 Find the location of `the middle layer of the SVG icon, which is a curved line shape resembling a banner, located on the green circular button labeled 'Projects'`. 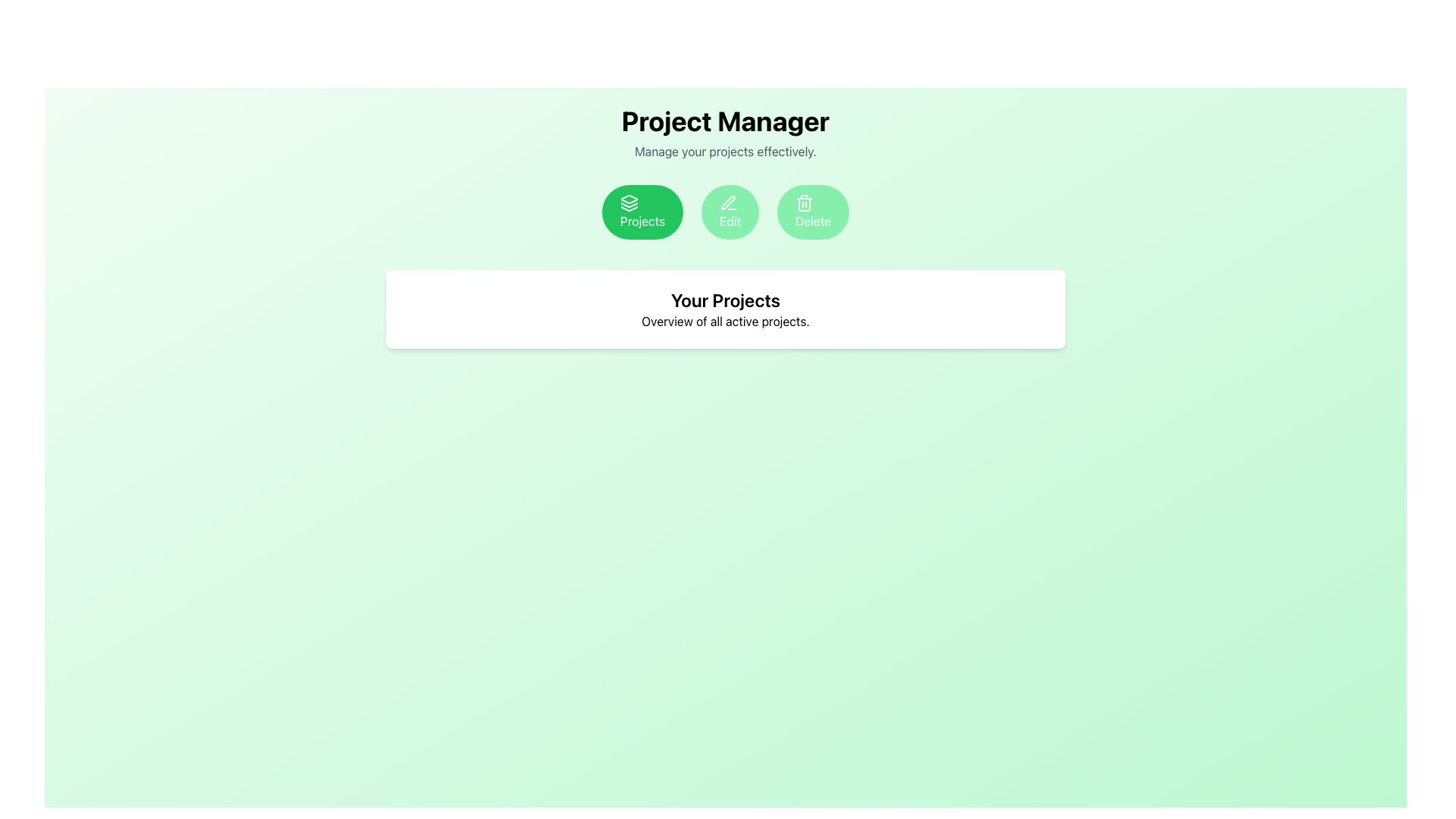

the middle layer of the SVG icon, which is a curved line shape resembling a banner, located on the green circular button labeled 'Projects' is located at coordinates (629, 205).